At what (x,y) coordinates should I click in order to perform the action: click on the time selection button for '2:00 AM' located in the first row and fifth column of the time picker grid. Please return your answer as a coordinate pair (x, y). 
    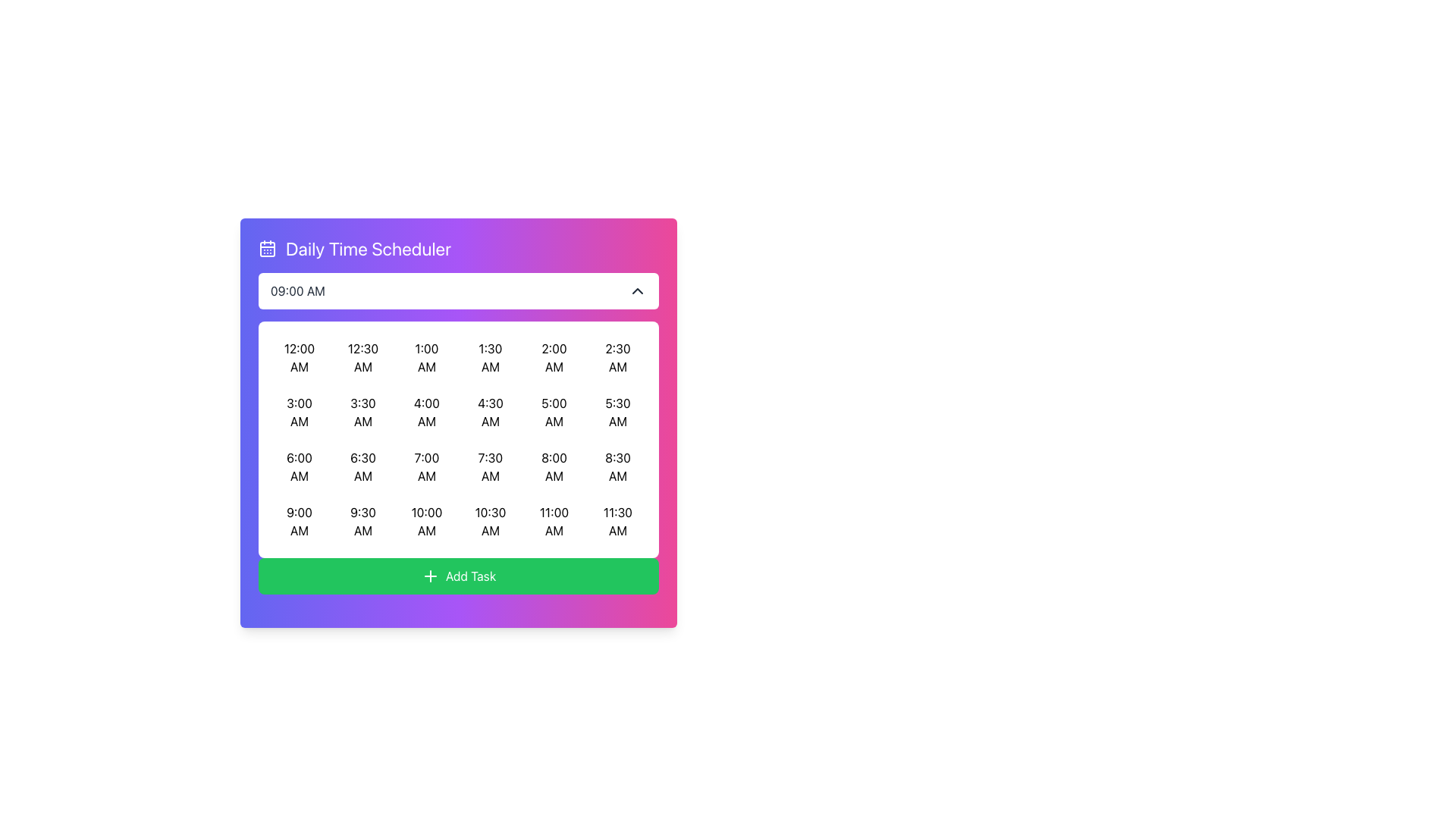
    Looking at the image, I should click on (553, 357).